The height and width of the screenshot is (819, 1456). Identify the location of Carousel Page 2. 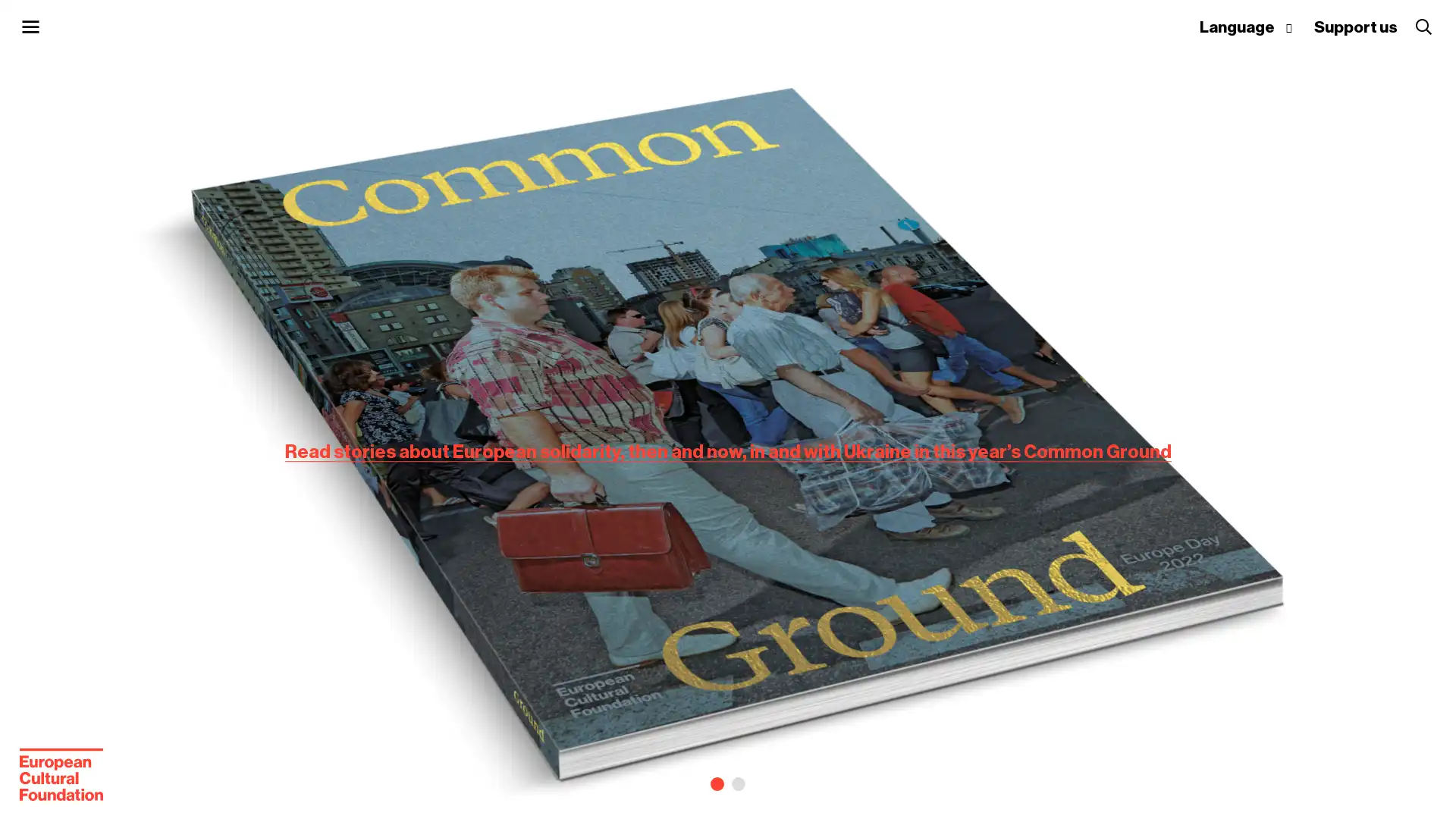
(739, 783).